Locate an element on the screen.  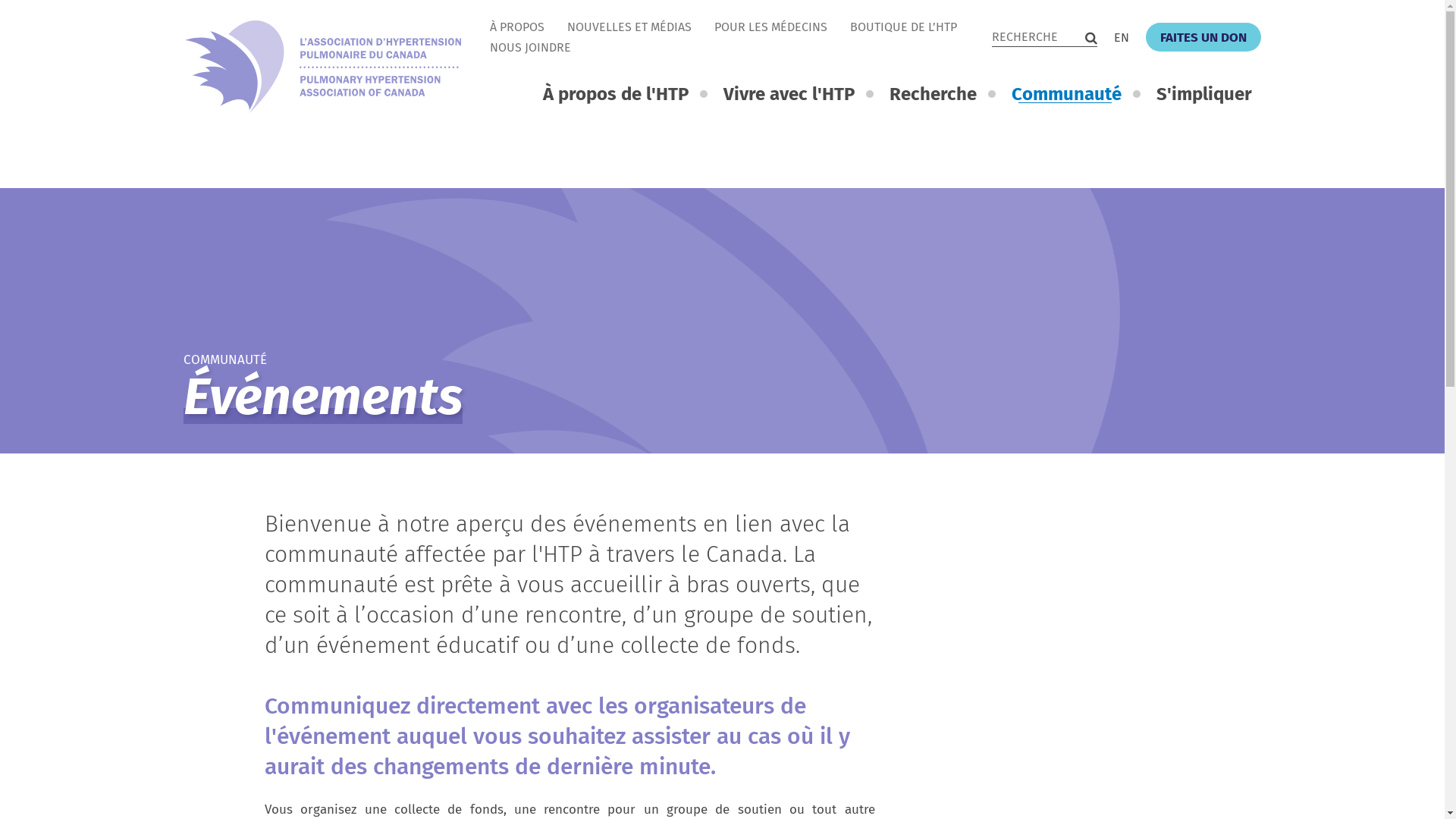
'FAITES UN DON' is located at coordinates (1203, 36).